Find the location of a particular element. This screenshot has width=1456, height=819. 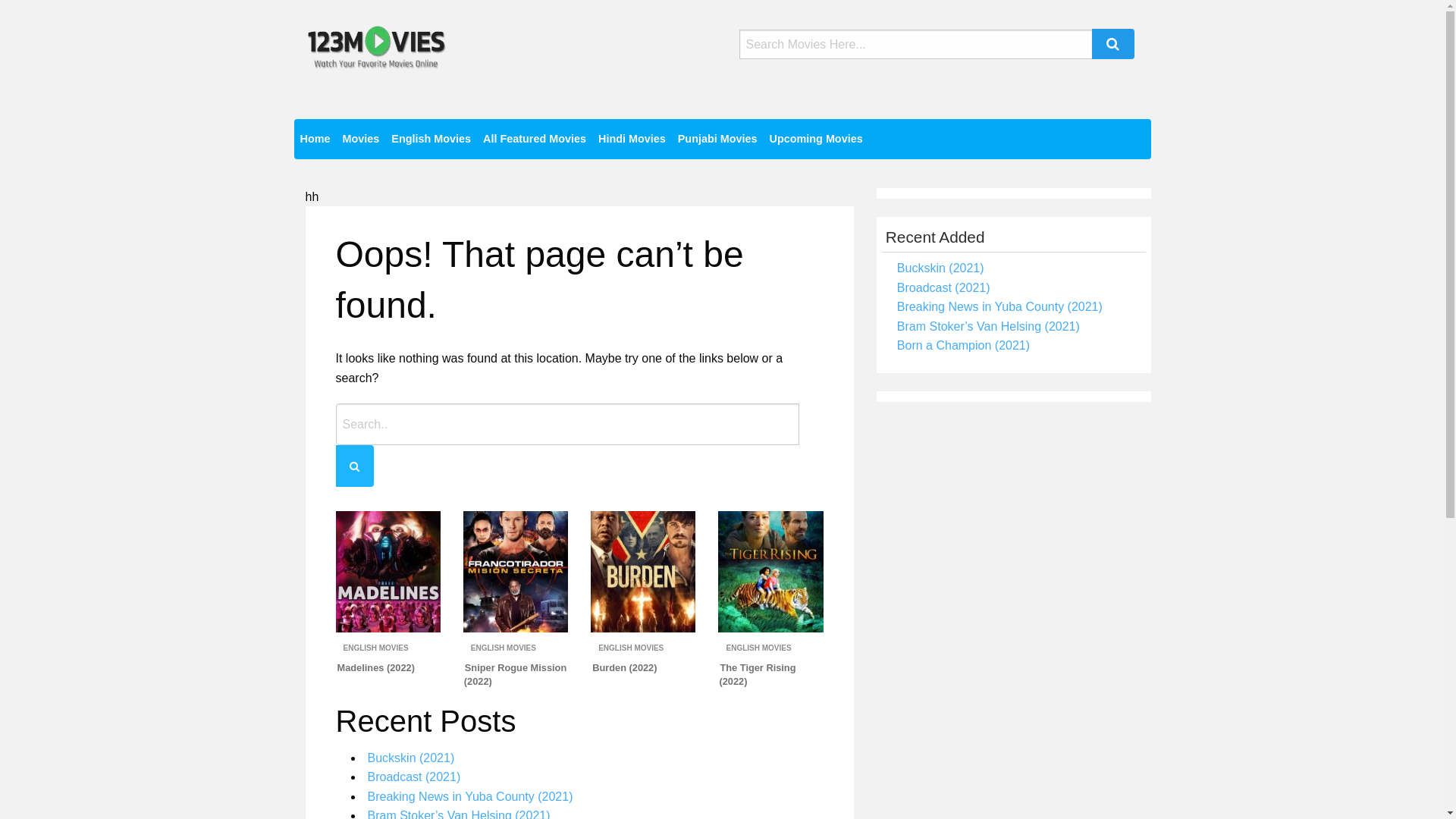

'Buckskin (2021)' is located at coordinates (940, 267).